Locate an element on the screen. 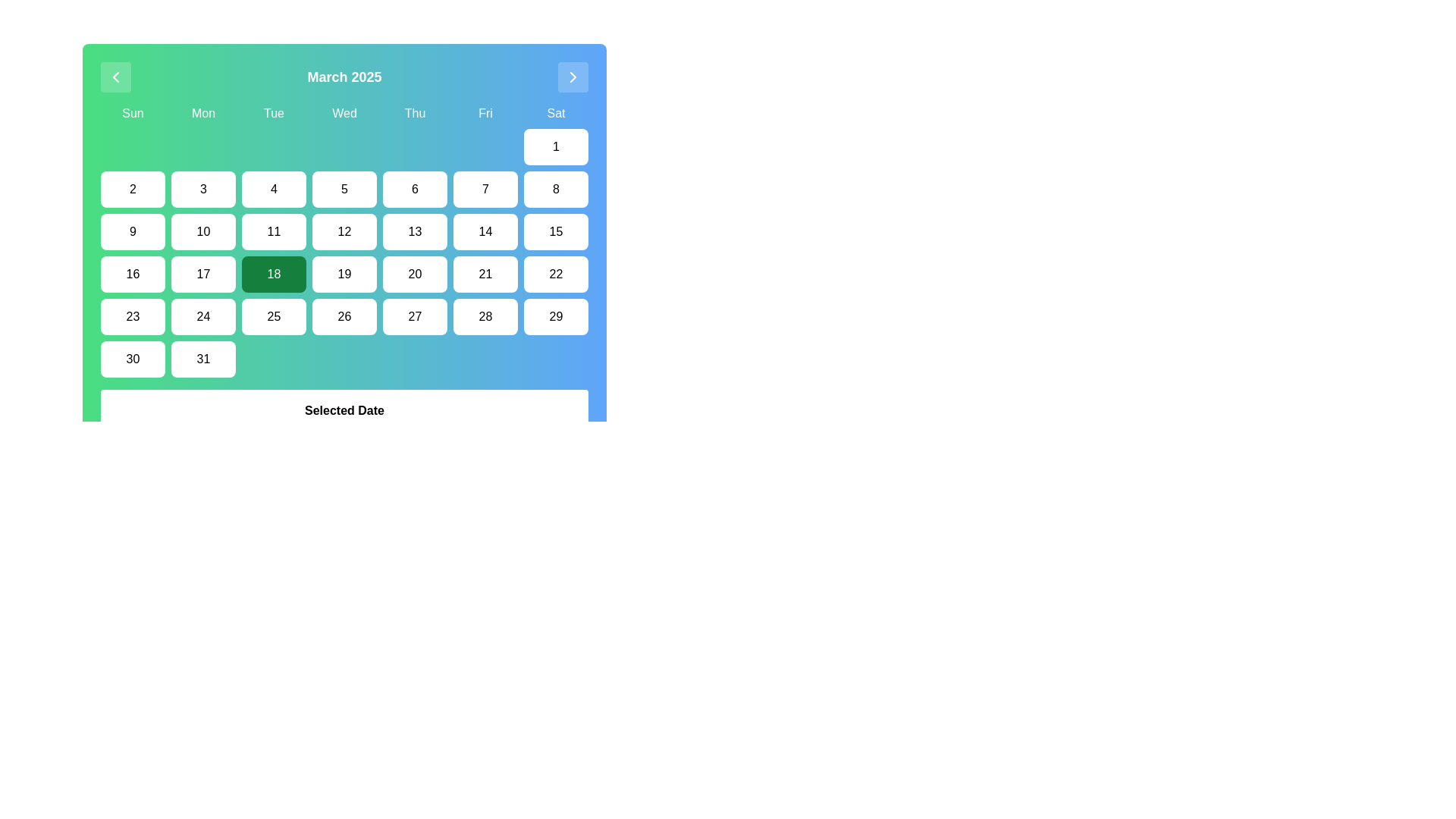 Image resolution: width=1456 pixels, height=819 pixels. the interactive button located in the bottom-right corner of the calendar grid is located at coordinates (202, 359).